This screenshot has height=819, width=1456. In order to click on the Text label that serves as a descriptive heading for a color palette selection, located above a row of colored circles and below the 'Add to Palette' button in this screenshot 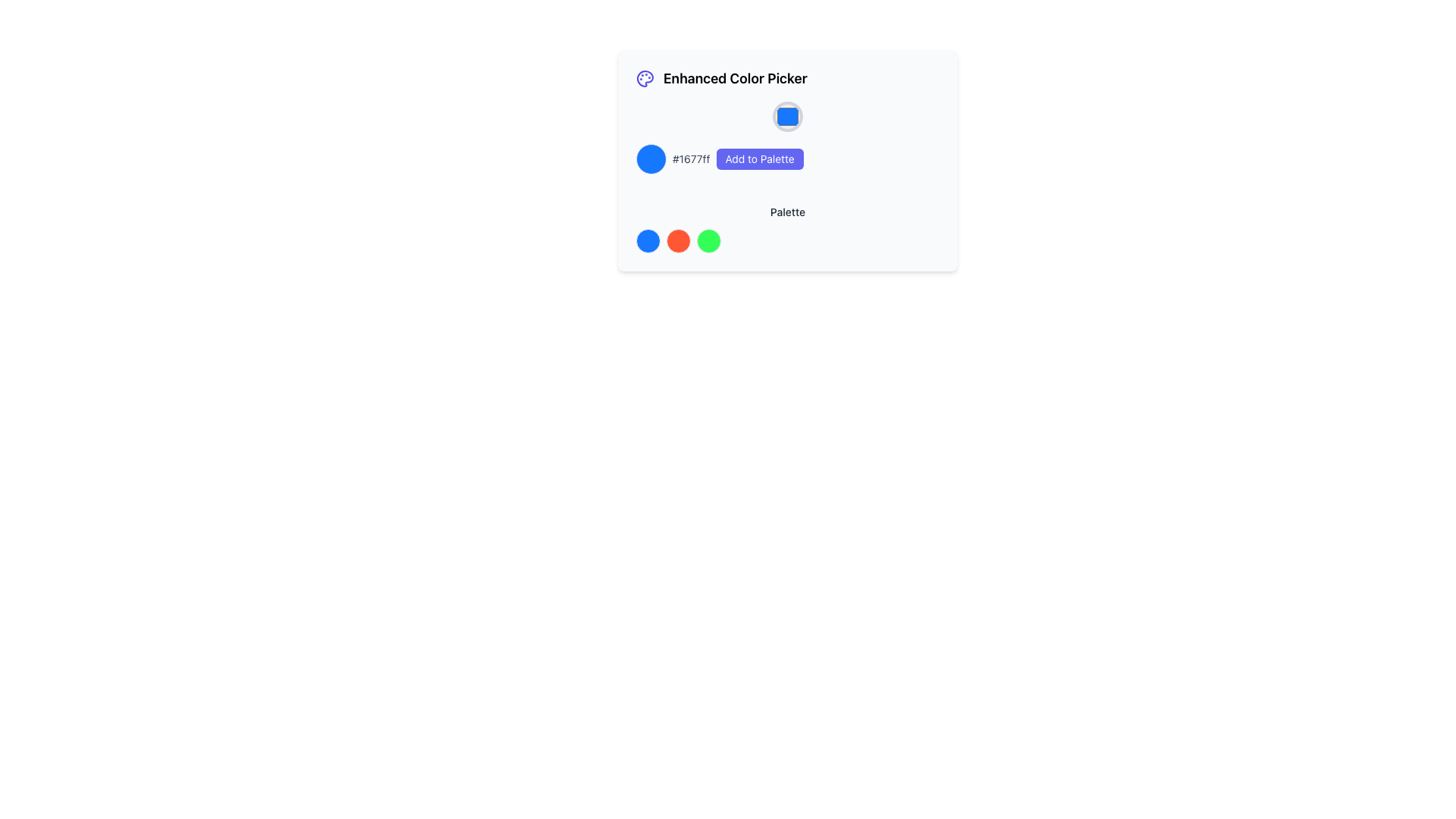, I will do `click(787, 212)`.